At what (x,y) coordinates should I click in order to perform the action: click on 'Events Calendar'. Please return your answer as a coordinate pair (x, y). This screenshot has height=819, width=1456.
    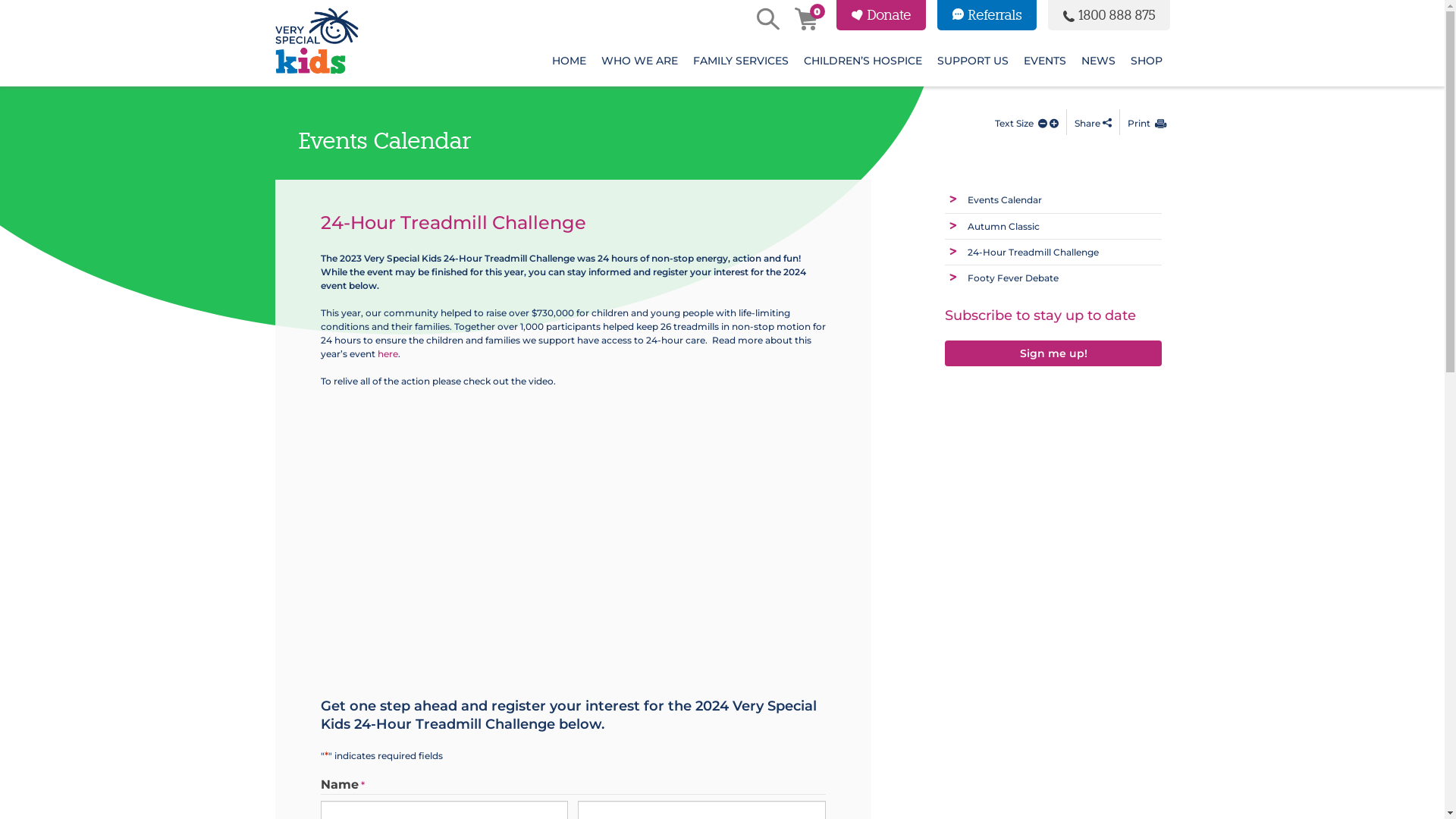
    Looking at the image, I should click on (1004, 199).